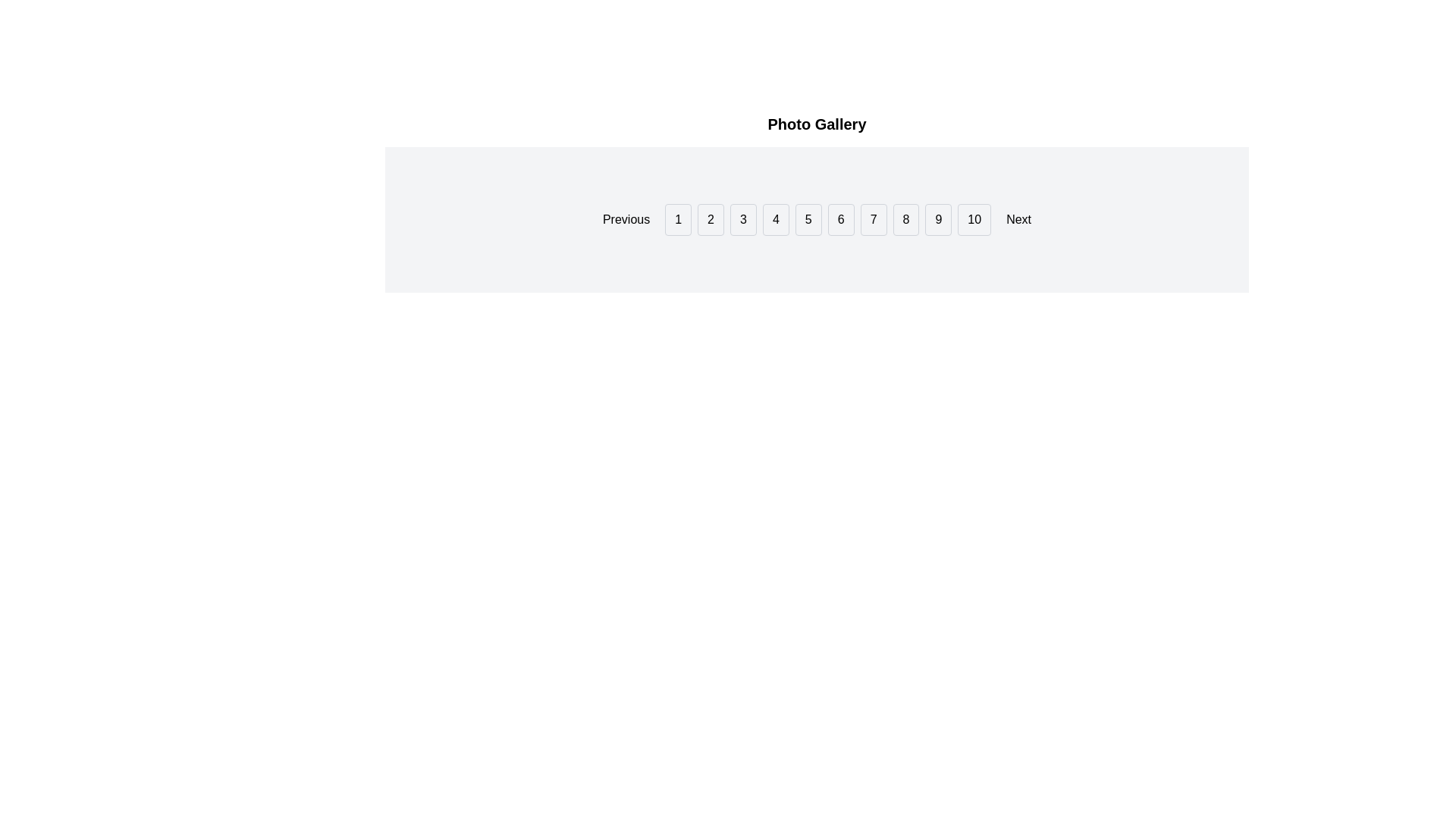  Describe the element at coordinates (677, 219) in the screenshot. I see `the 'First Page' button located between the 'Previous' button and the '2' button` at that location.